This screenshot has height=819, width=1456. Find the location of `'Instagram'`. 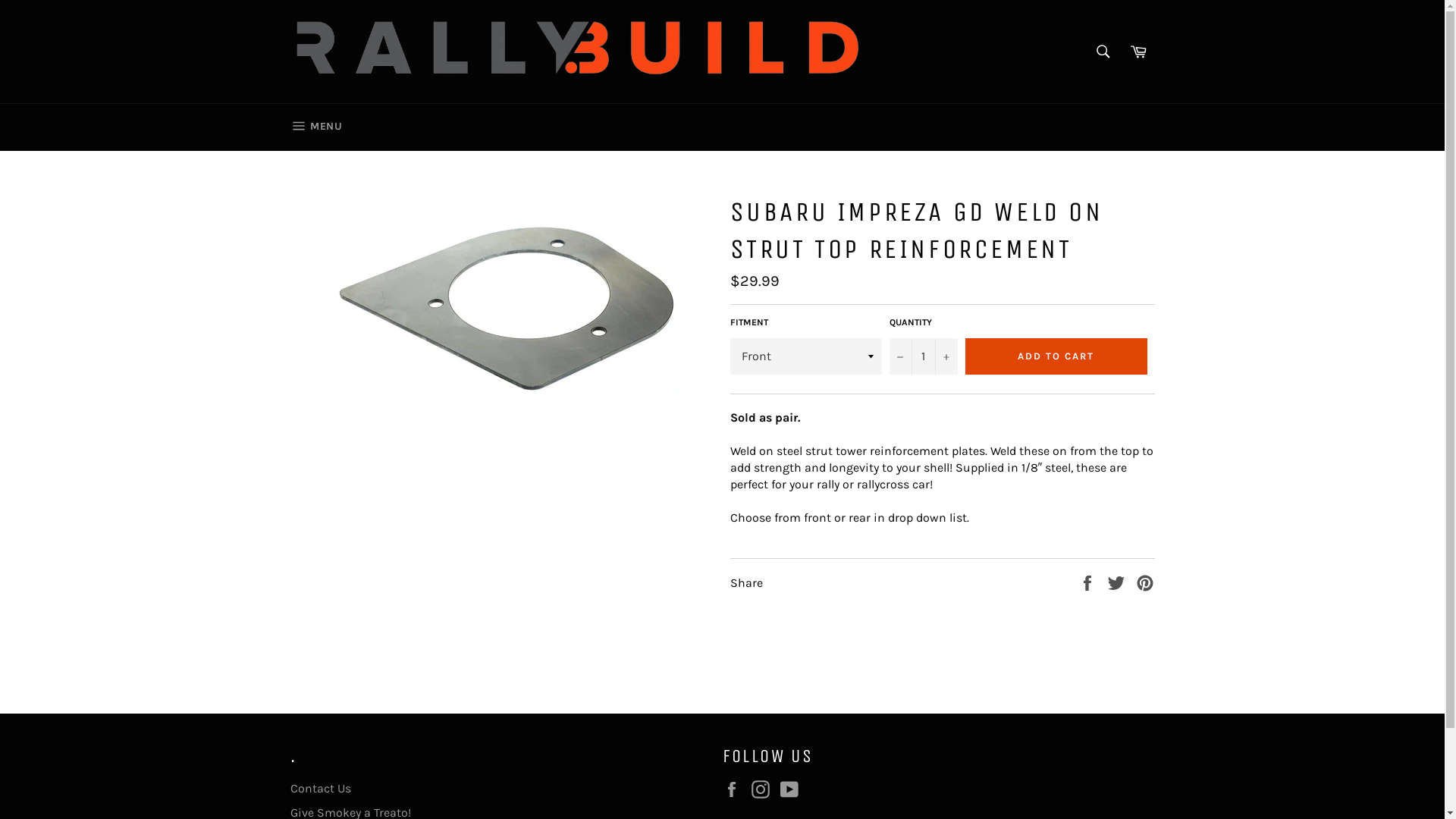

'Instagram' is located at coordinates (750, 789).